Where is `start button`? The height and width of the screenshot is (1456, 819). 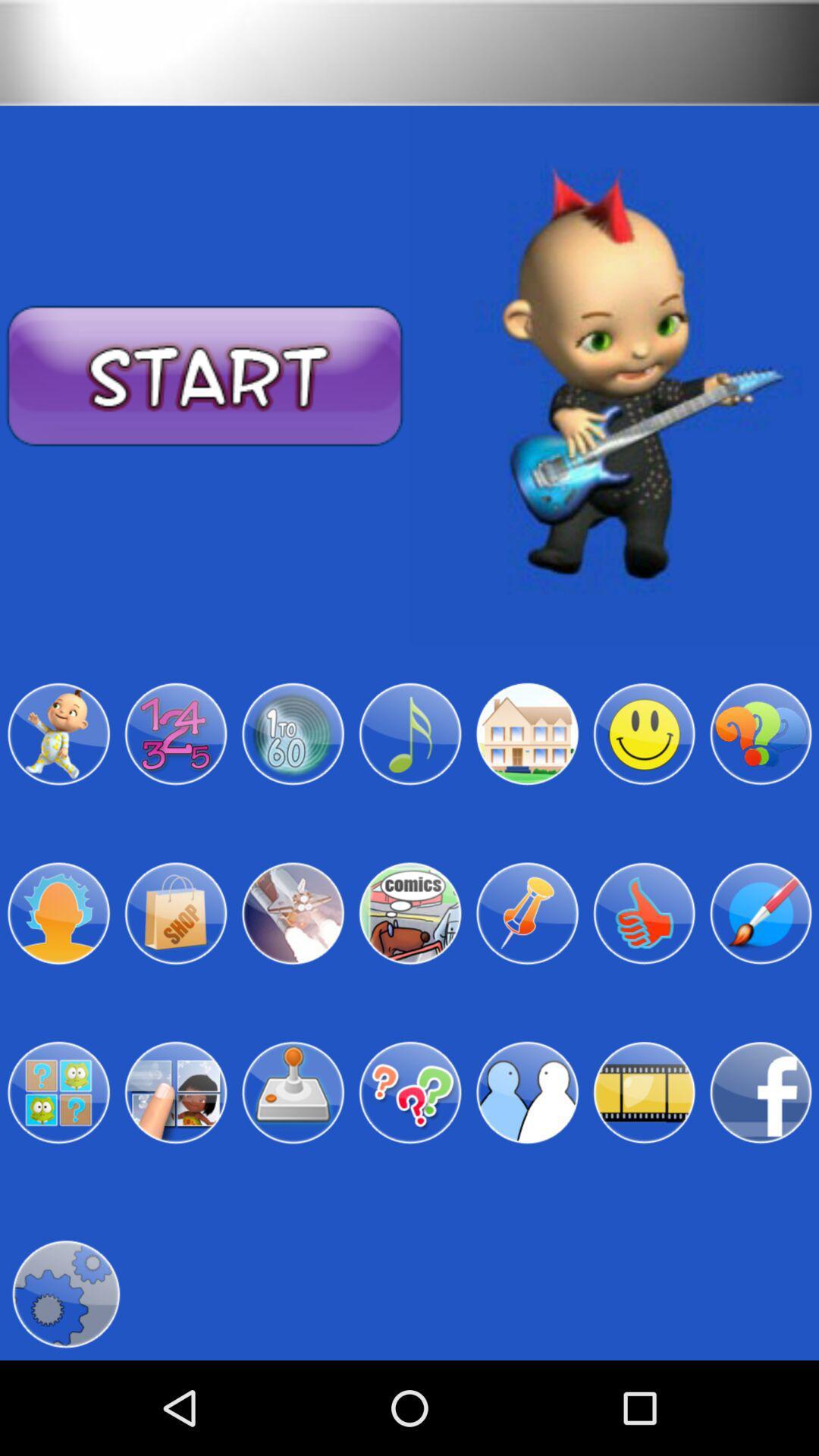
start button is located at coordinates (205, 376).